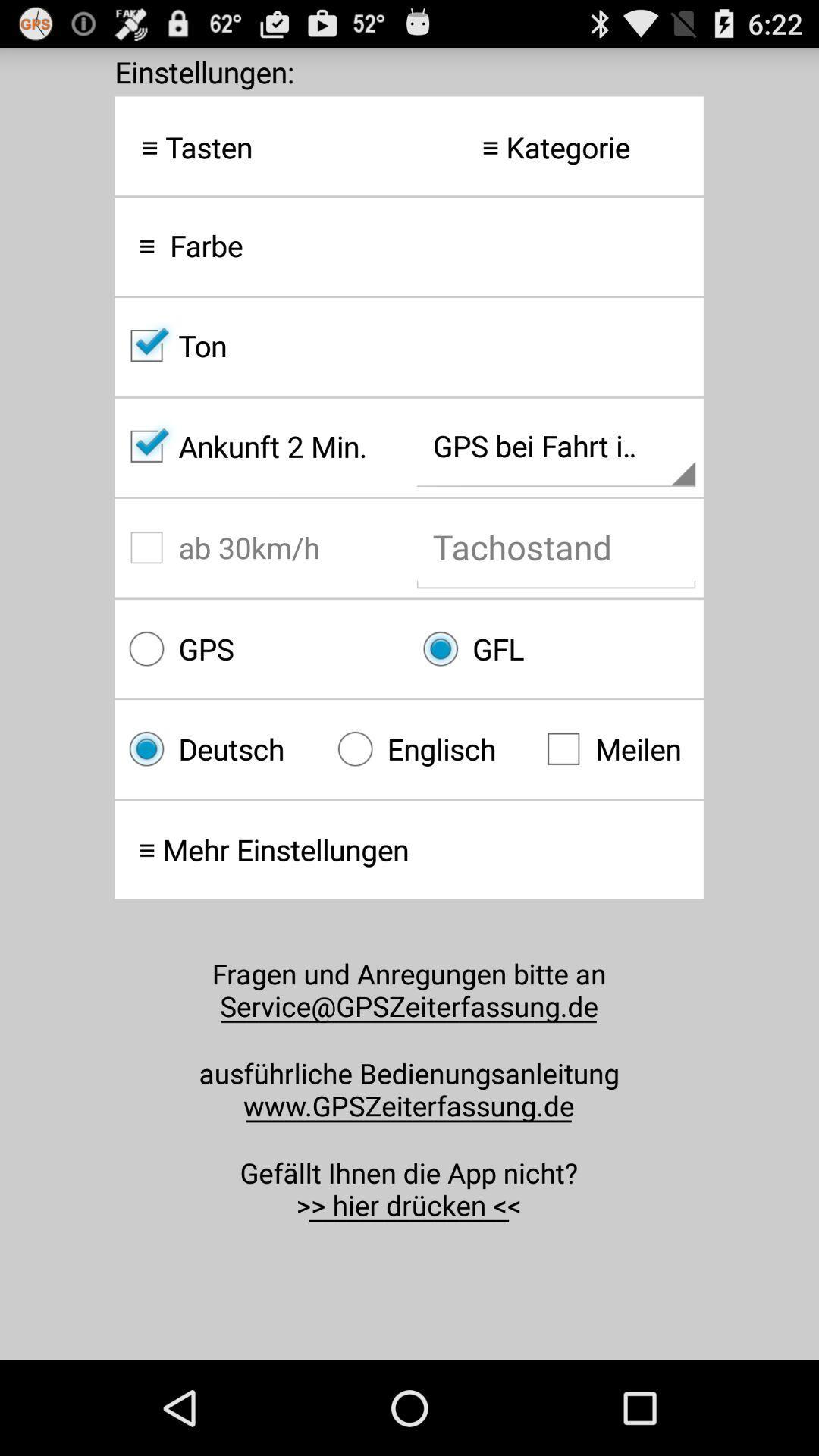 This screenshot has width=819, height=1456. Describe the element at coordinates (617, 748) in the screenshot. I see `the meilen item` at that location.